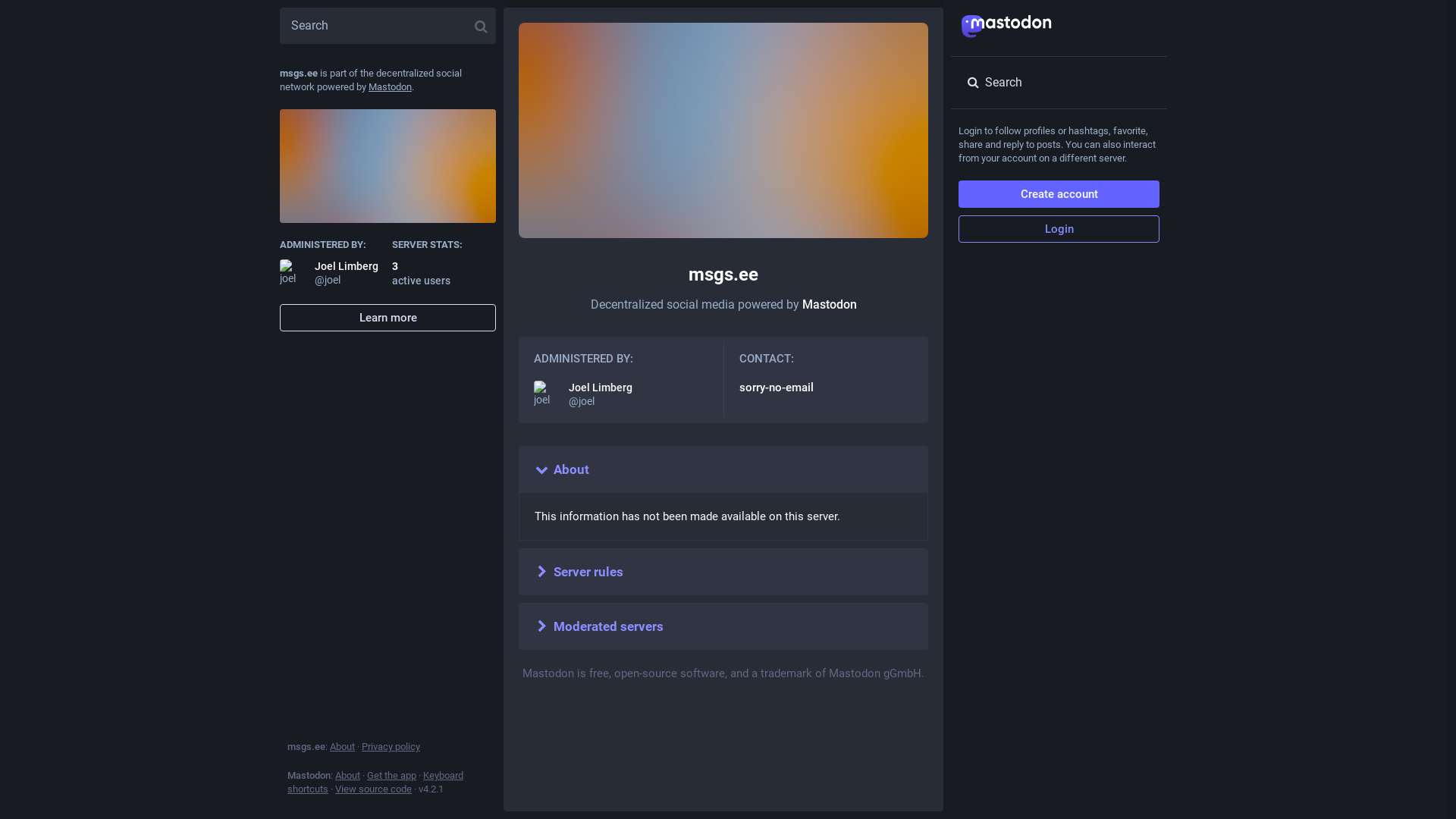  What do you see at coordinates (390, 86) in the screenshot?
I see `'Mastodon'` at bounding box center [390, 86].